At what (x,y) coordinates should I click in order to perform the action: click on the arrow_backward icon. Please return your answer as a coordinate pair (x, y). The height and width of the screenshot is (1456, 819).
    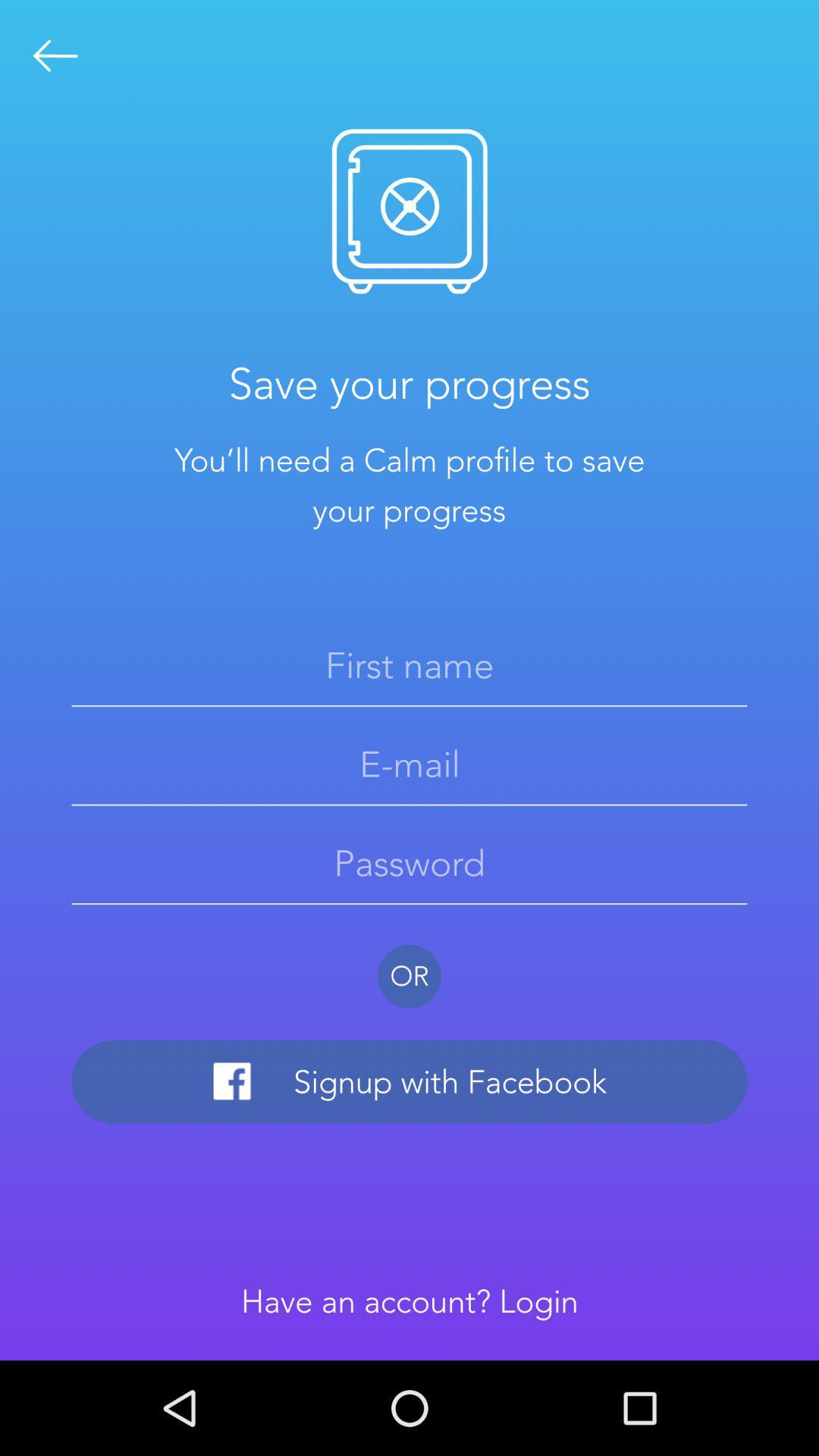
    Looking at the image, I should click on (55, 55).